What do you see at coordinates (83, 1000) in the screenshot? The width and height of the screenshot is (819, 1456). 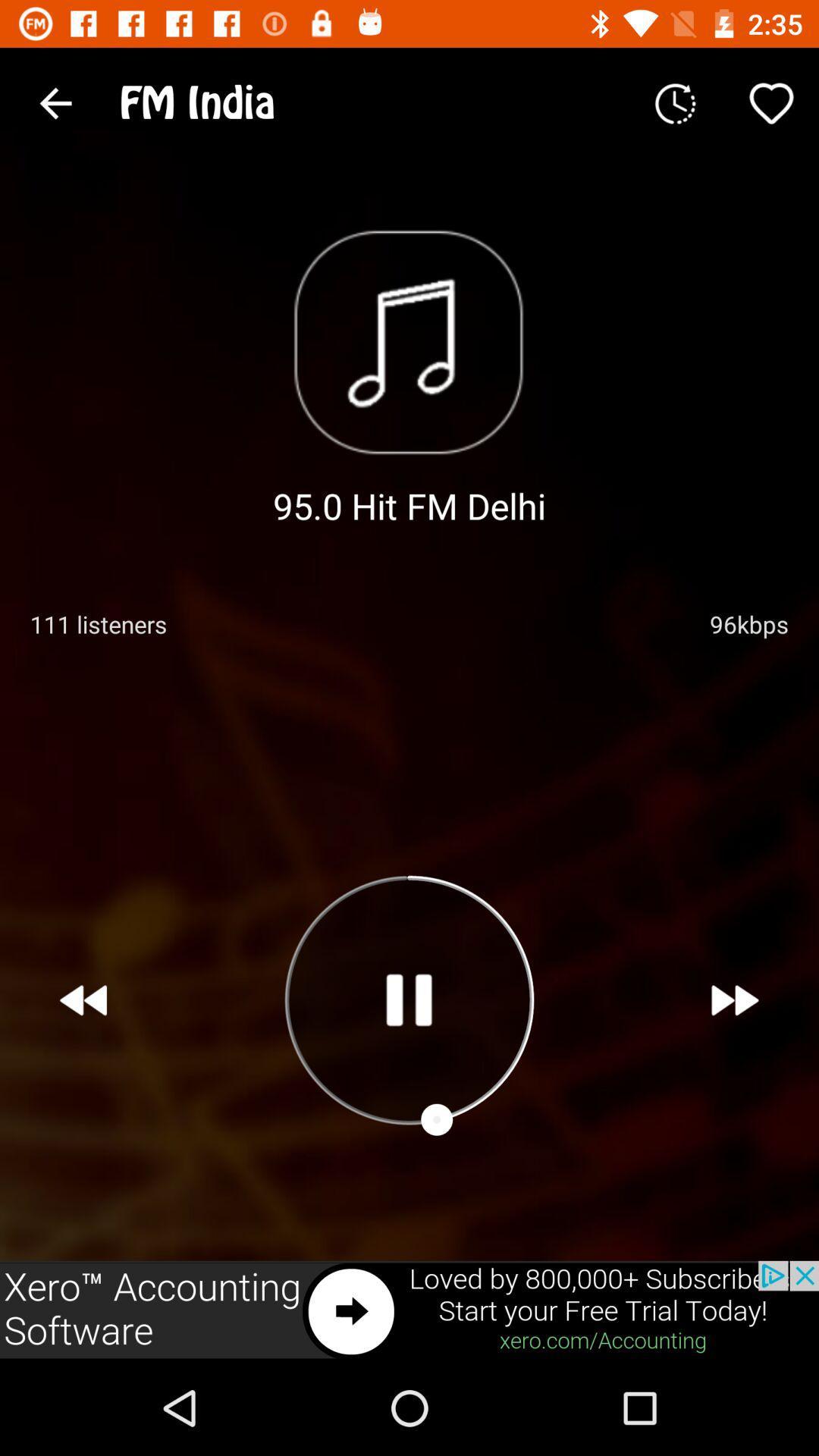 I see `the av_rewind icon` at bounding box center [83, 1000].